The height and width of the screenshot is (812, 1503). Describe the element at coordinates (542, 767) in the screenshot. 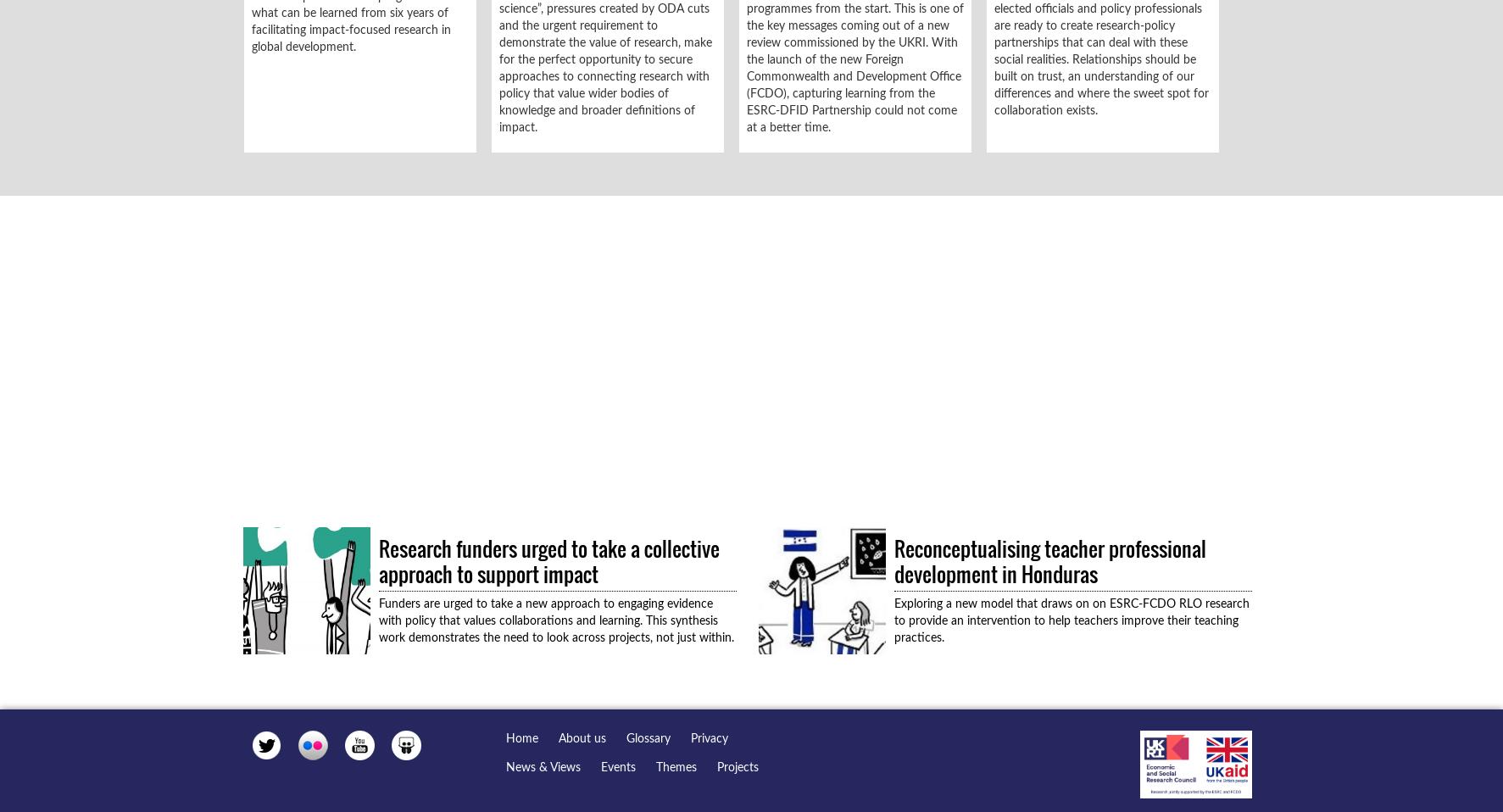

I see `'News & Views'` at that location.